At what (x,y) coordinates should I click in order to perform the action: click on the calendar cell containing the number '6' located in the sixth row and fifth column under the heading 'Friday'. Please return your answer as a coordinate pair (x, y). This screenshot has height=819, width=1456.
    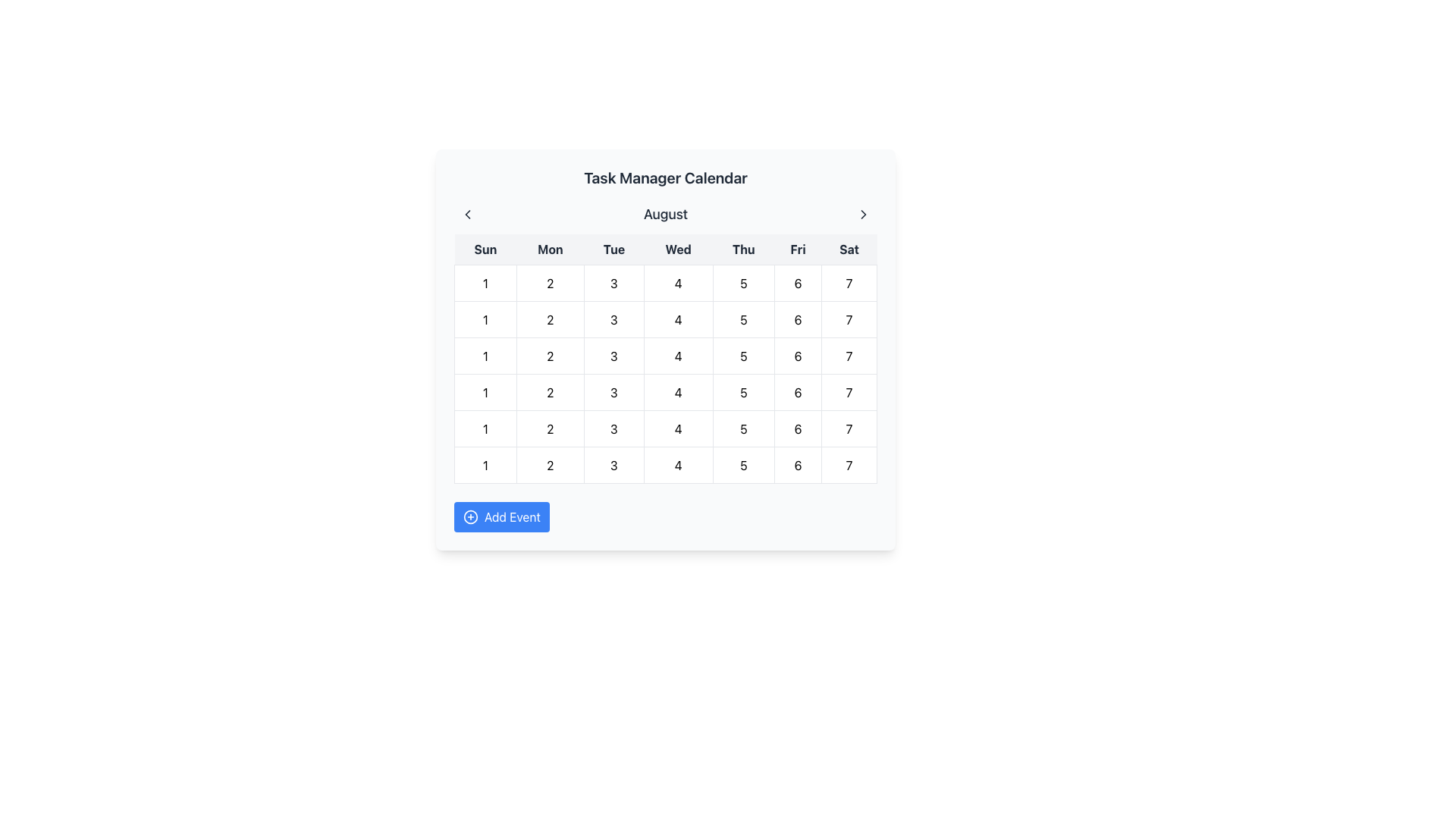
    Looking at the image, I should click on (797, 428).